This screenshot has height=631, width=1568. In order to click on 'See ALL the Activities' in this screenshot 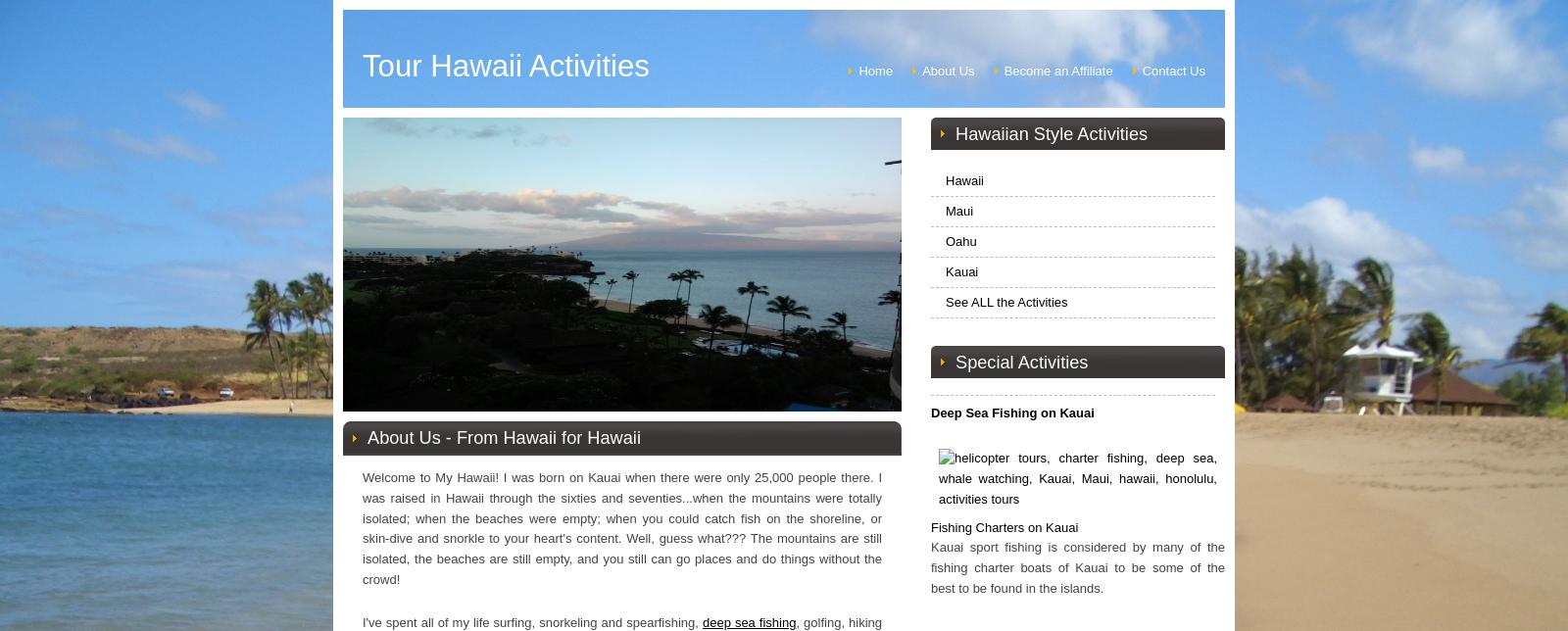, I will do `click(944, 301)`.